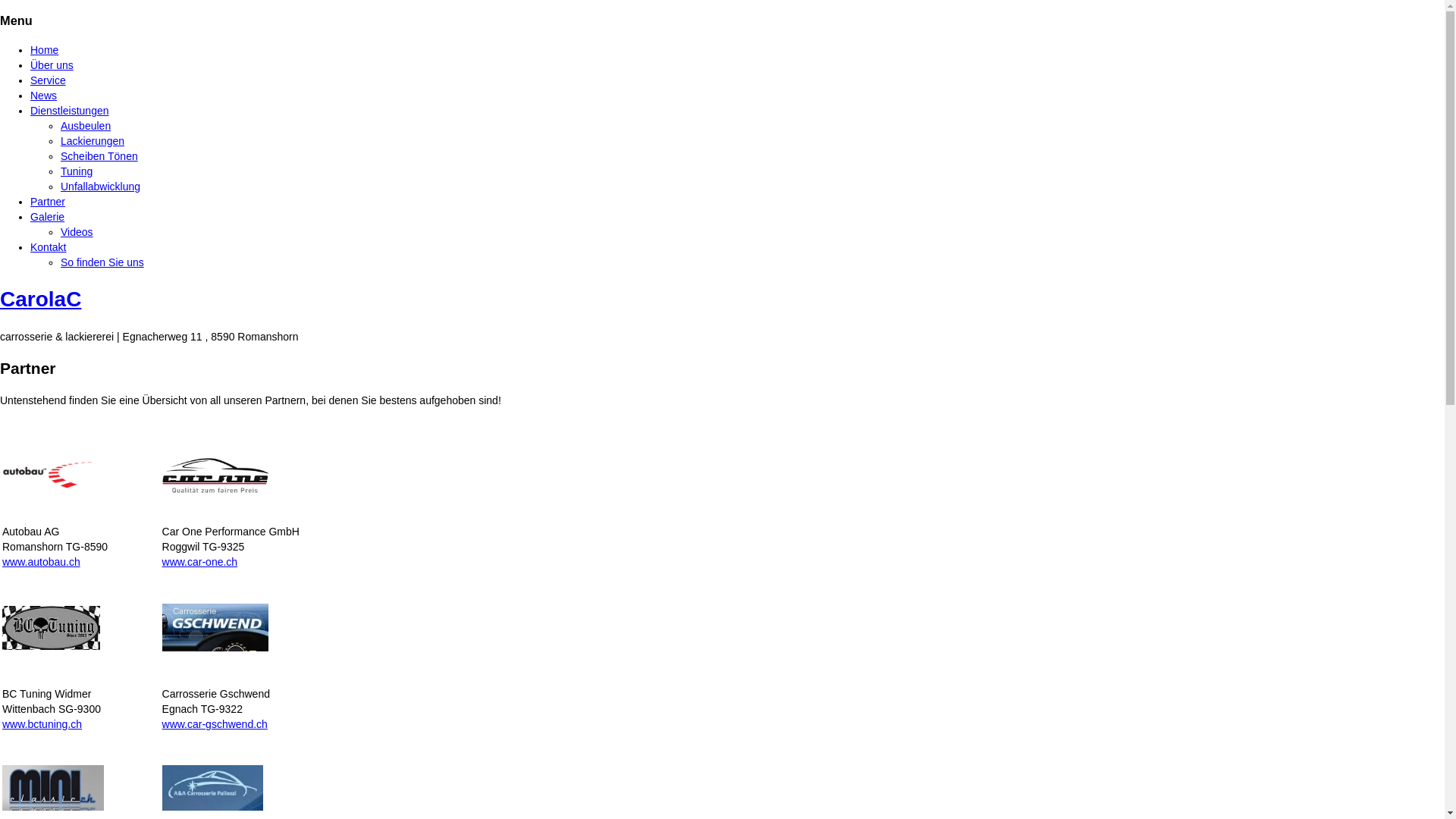 The width and height of the screenshot is (1456, 819). I want to click on 'www.car-one.ch', so click(199, 561).